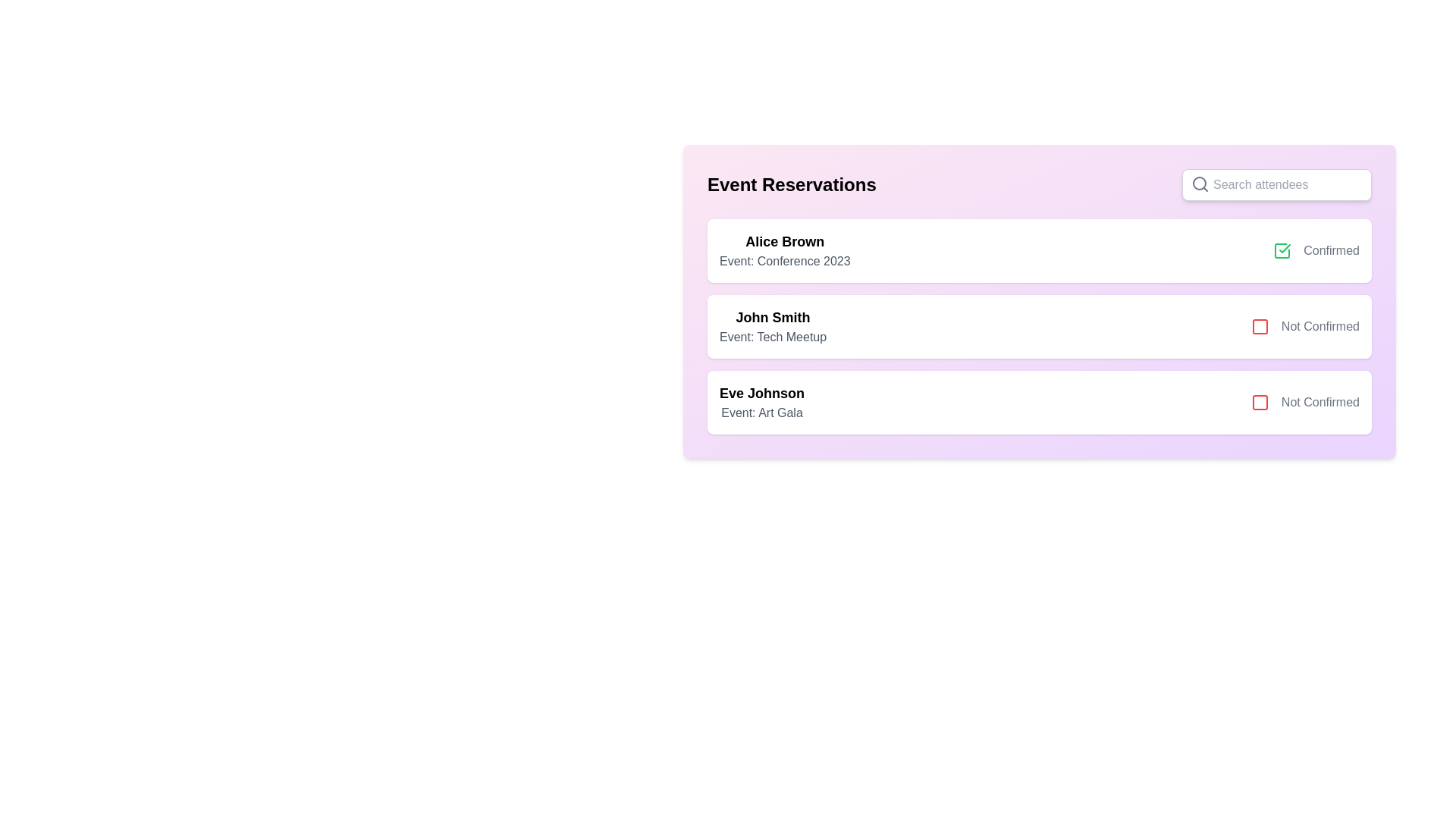  I want to click on the 'Confirmed' text label element, which is positioned to the right of a green checkbox indicating the confirmation status for Alice Brown's event reservation, so click(1331, 250).